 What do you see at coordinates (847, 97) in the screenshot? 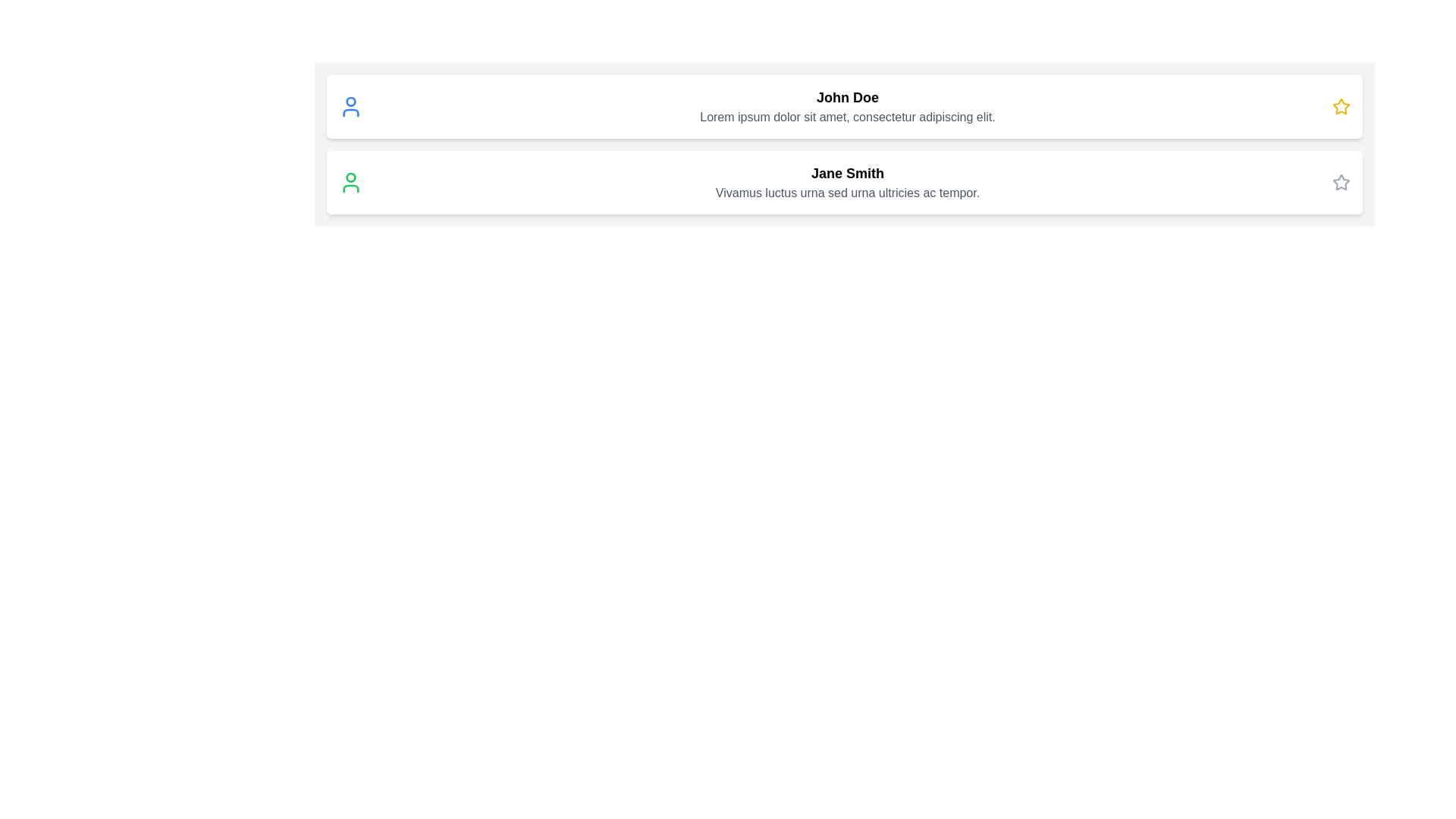
I see `the Text Label displaying the name 'John Doe', which is located in the upper region of the visible card above the descriptive text block` at bounding box center [847, 97].